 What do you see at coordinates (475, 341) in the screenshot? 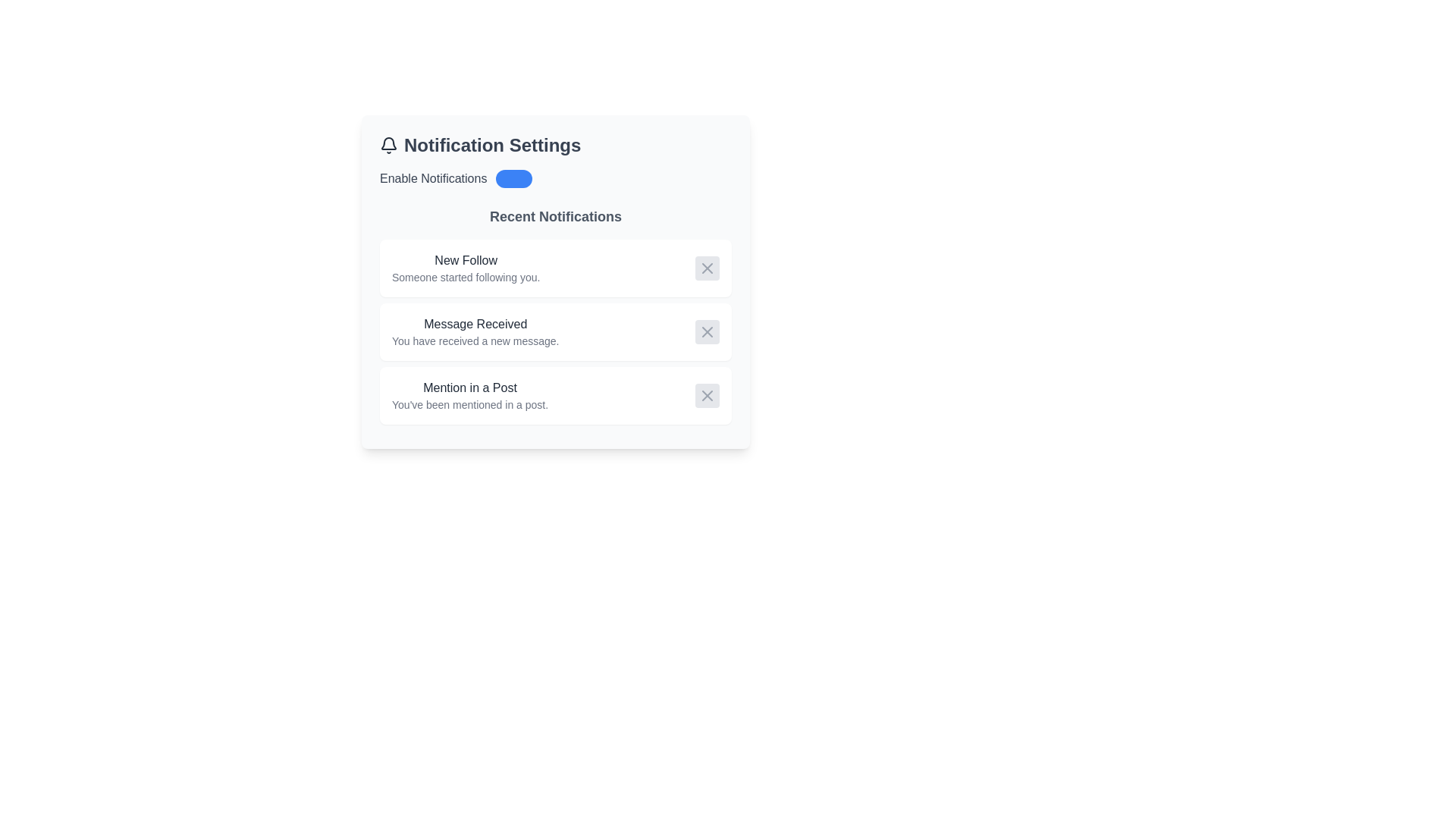
I see `static text that reads 'You have received a new message.' located beneath the heading 'Message Received' in the notification card` at bounding box center [475, 341].